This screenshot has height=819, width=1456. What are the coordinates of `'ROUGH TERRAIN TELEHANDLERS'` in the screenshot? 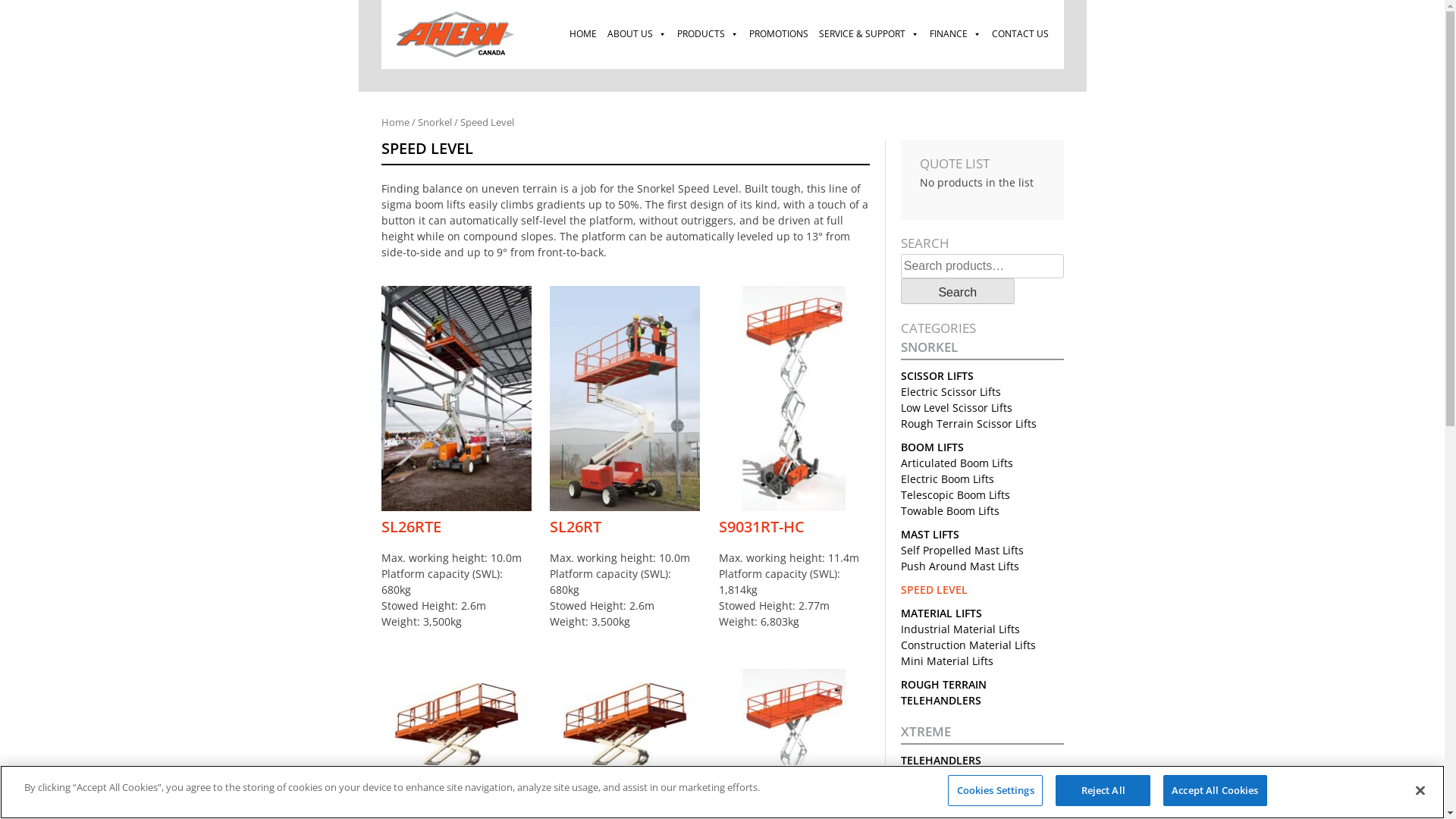 It's located at (943, 692).